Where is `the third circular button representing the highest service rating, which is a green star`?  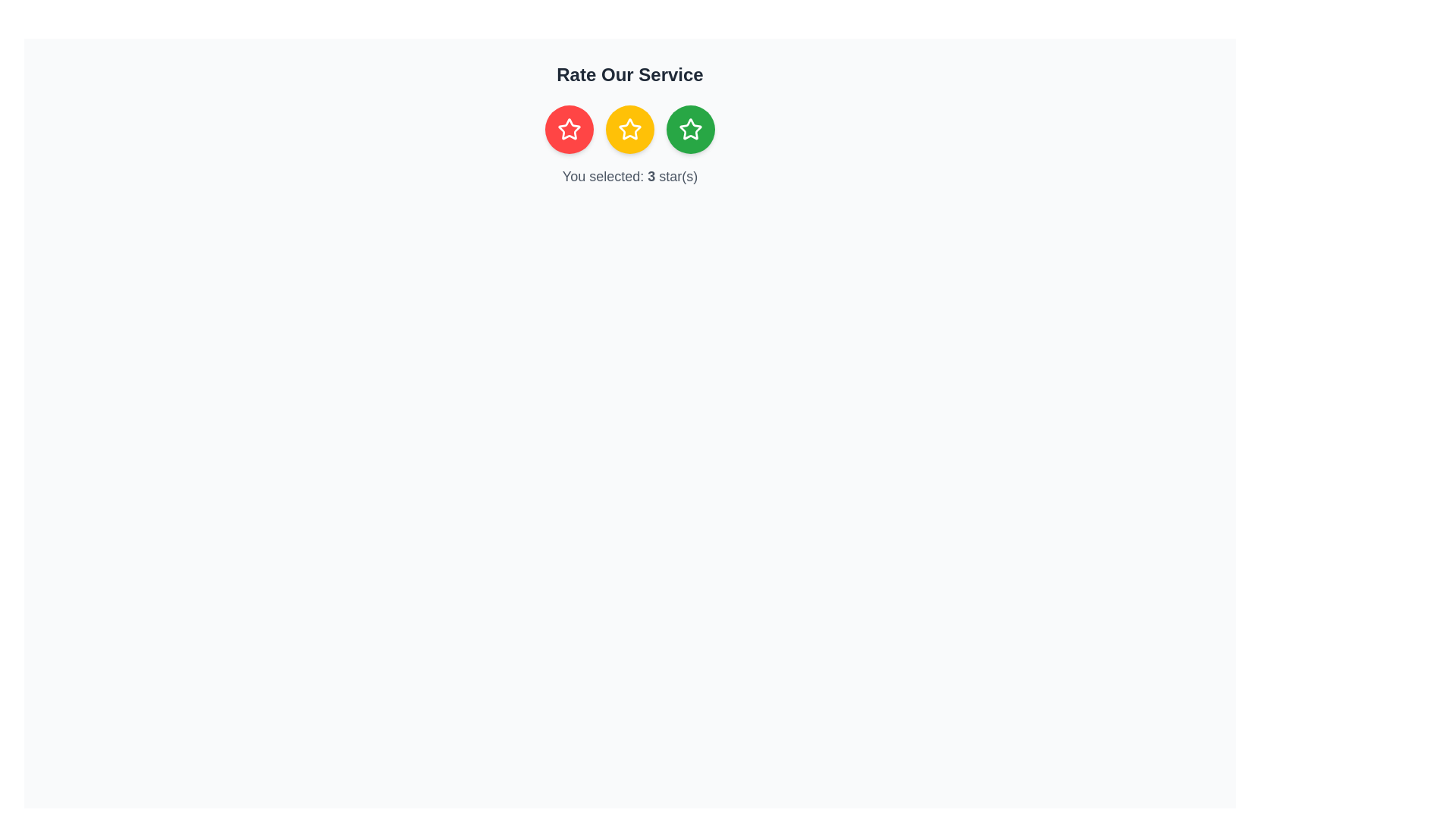 the third circular button representing the highest service rating, which is a green star is located at coordinates (690, 128).